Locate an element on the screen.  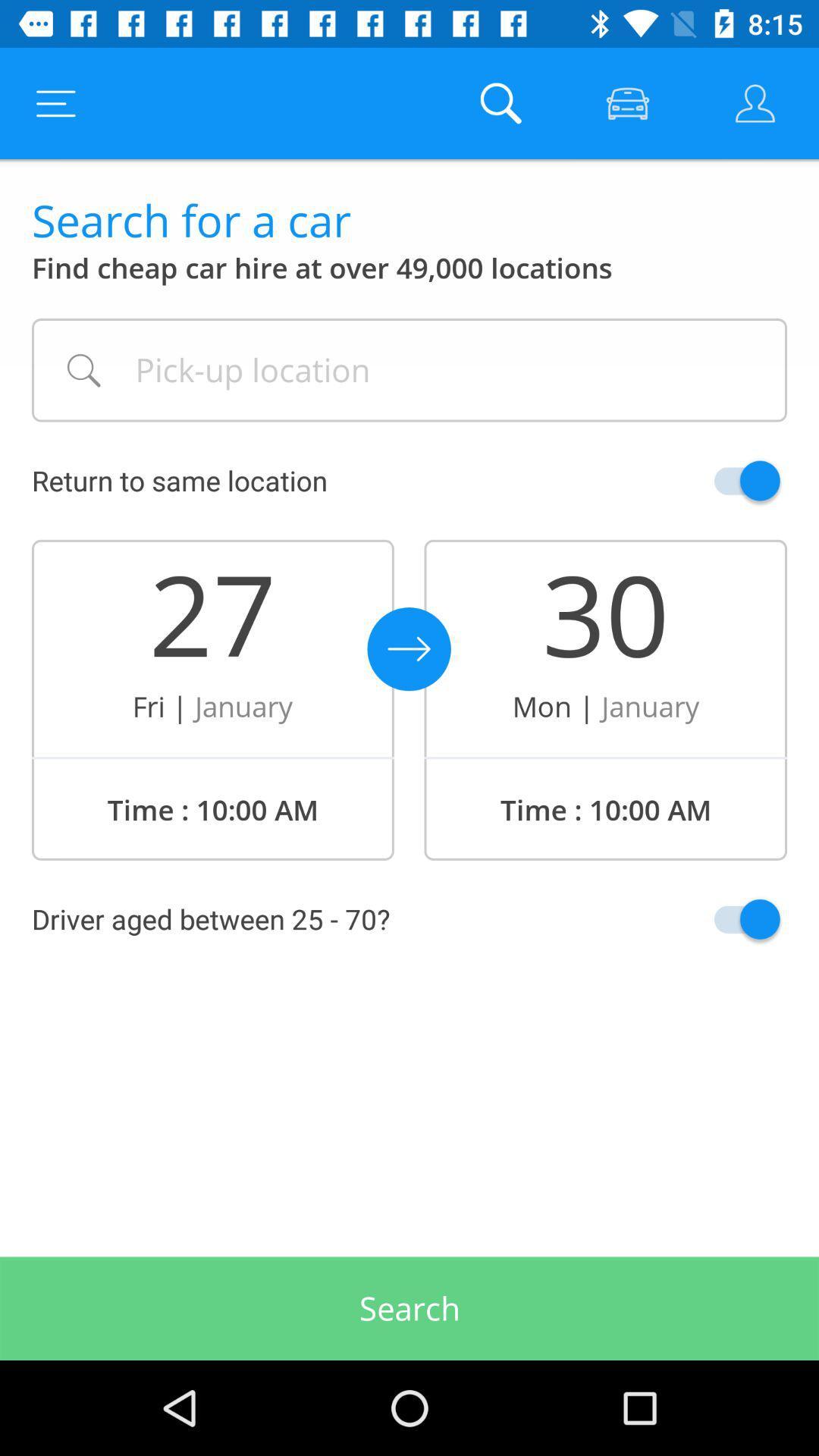
your pick-up location is located at coordinates (409, 370).